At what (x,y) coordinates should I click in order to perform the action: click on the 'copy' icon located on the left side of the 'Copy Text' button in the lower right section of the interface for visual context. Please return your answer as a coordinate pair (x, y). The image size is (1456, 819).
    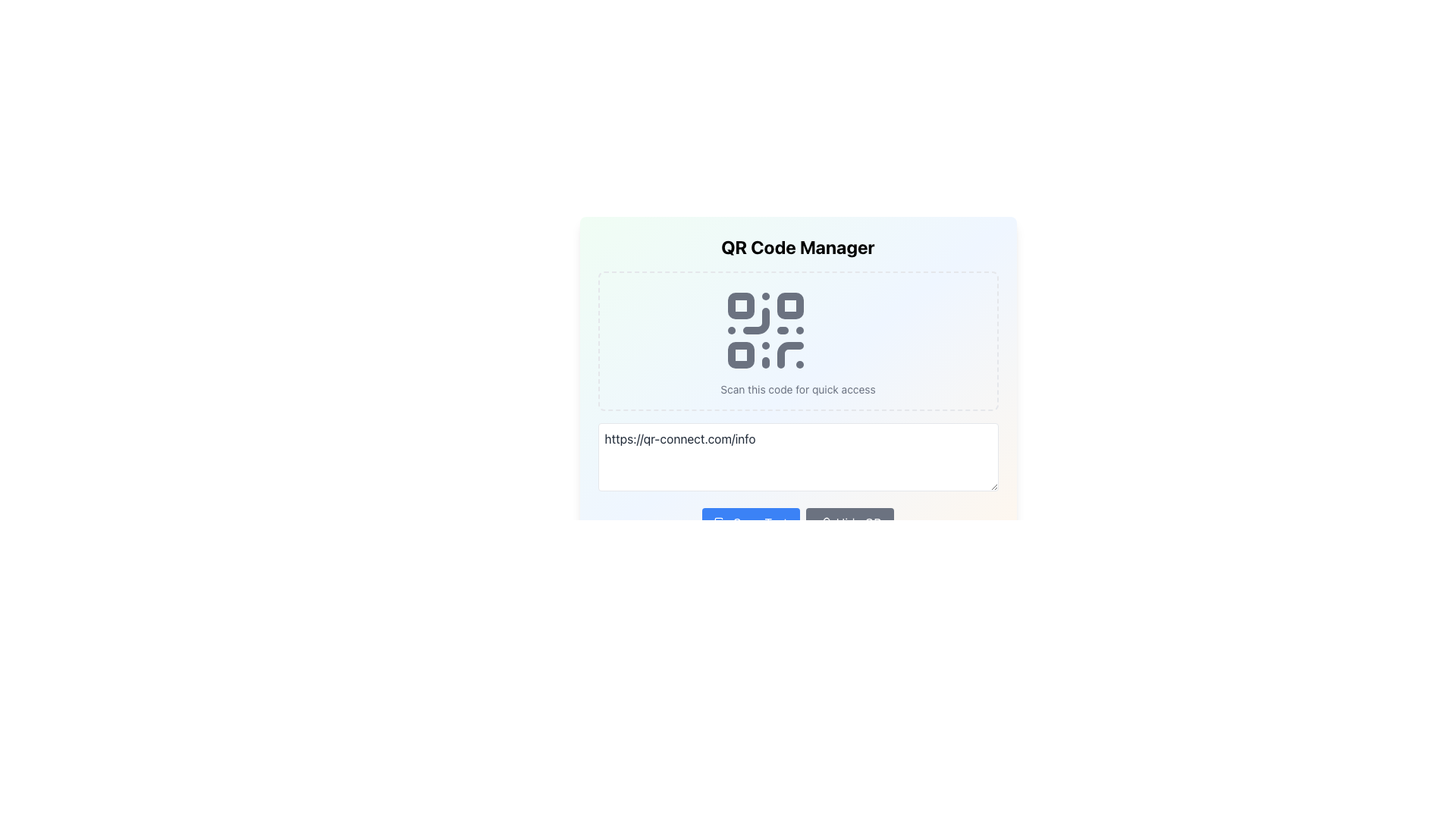
    Looking at the image, I should click on (720, 522).